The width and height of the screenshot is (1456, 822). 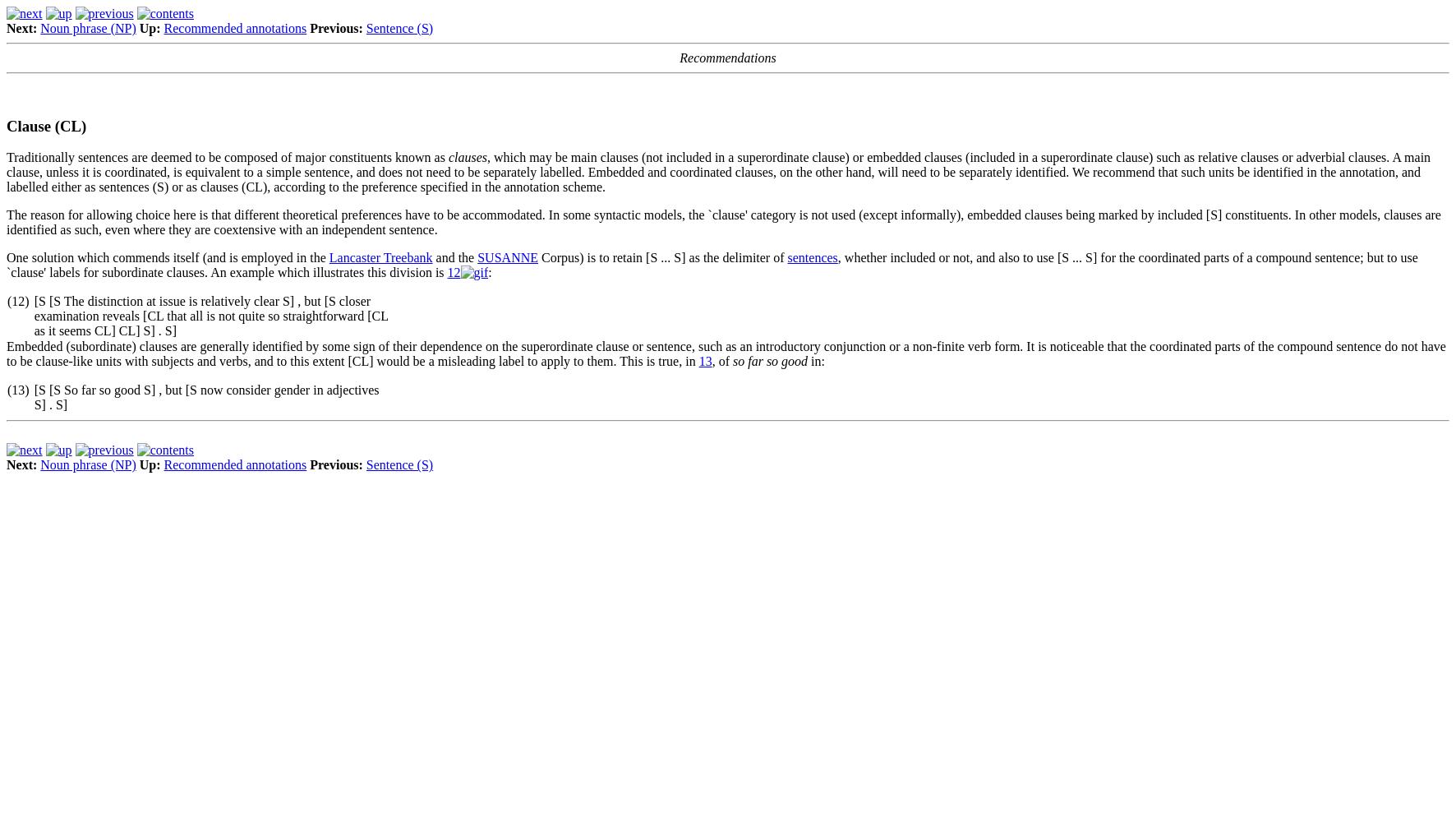 I want to click on 'clauses', so click(x=467, y=156).